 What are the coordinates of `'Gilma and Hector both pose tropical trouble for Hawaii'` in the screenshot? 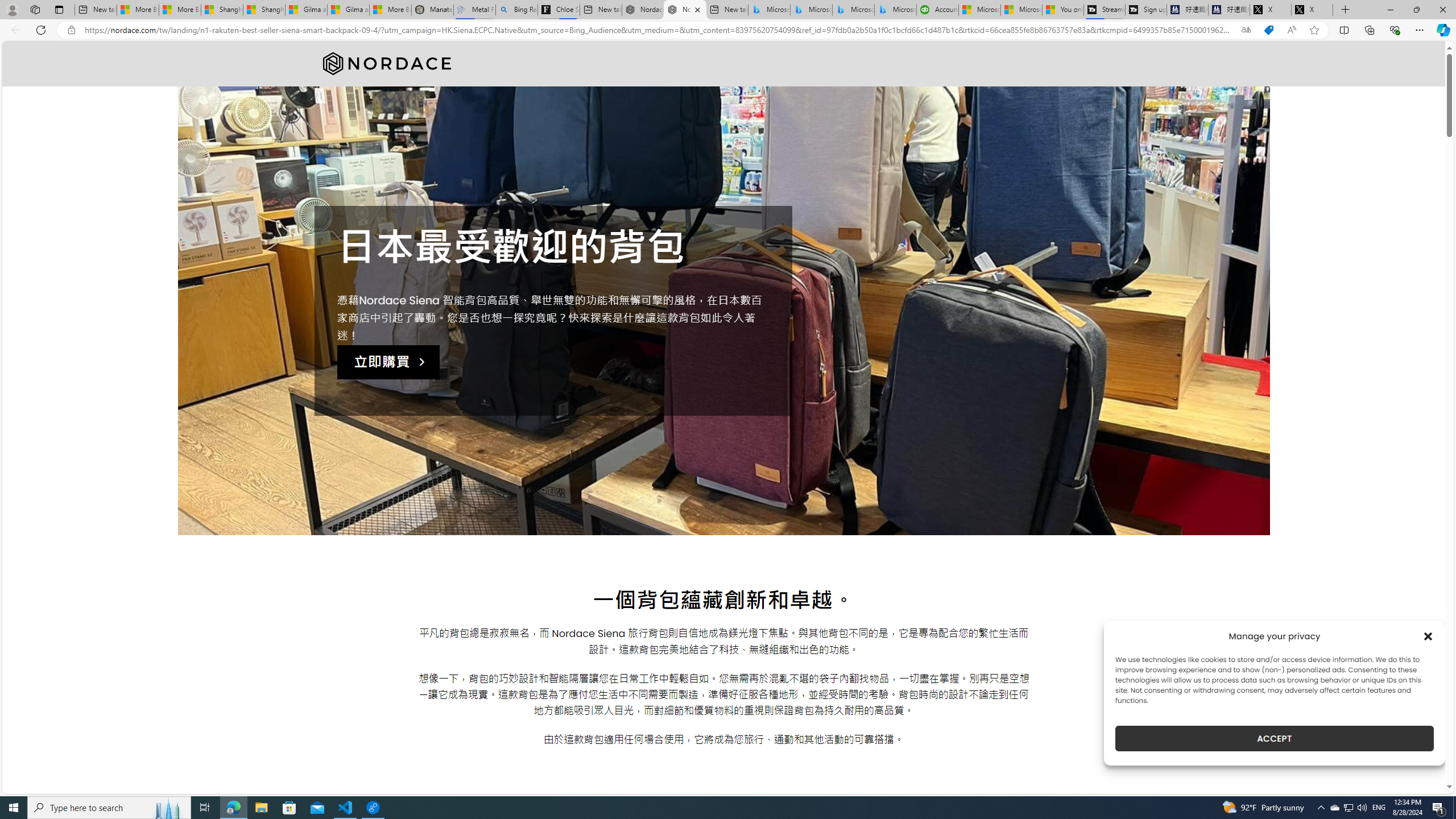 It's located at (348, 9).